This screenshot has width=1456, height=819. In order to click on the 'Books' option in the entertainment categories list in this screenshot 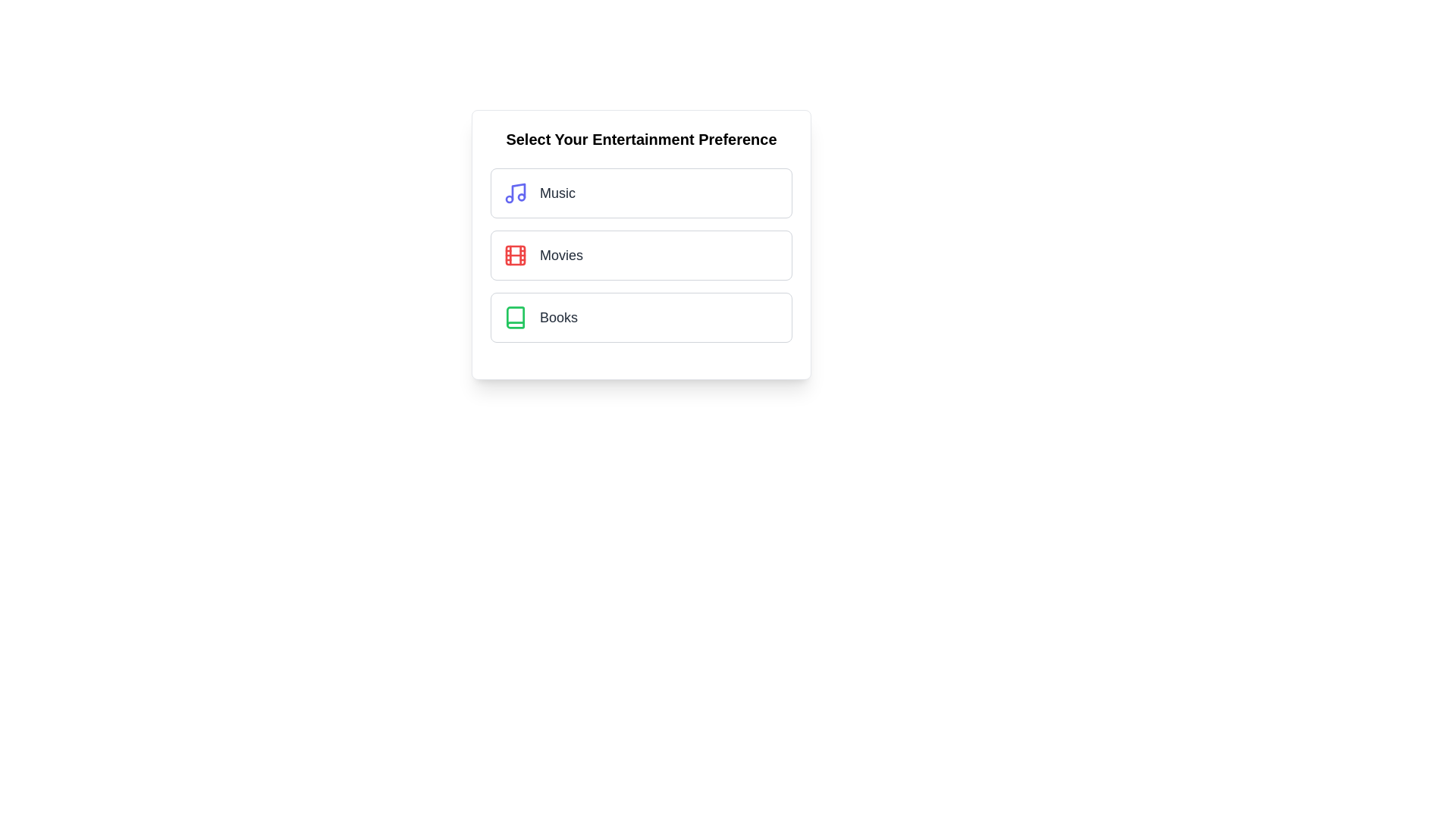, I will do `click(641, 317)`.